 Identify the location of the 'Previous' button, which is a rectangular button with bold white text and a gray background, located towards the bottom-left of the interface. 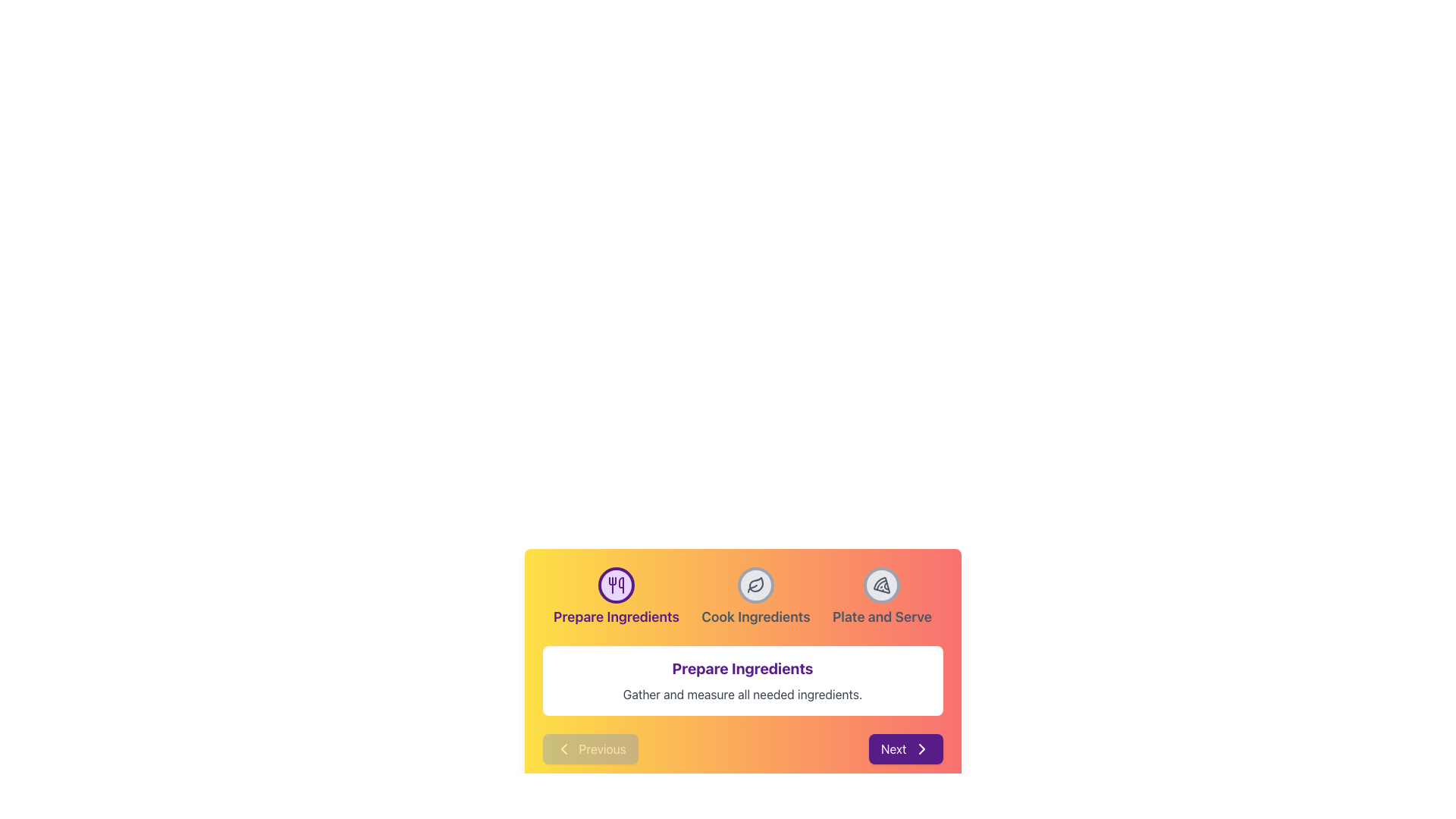
(589, 748).